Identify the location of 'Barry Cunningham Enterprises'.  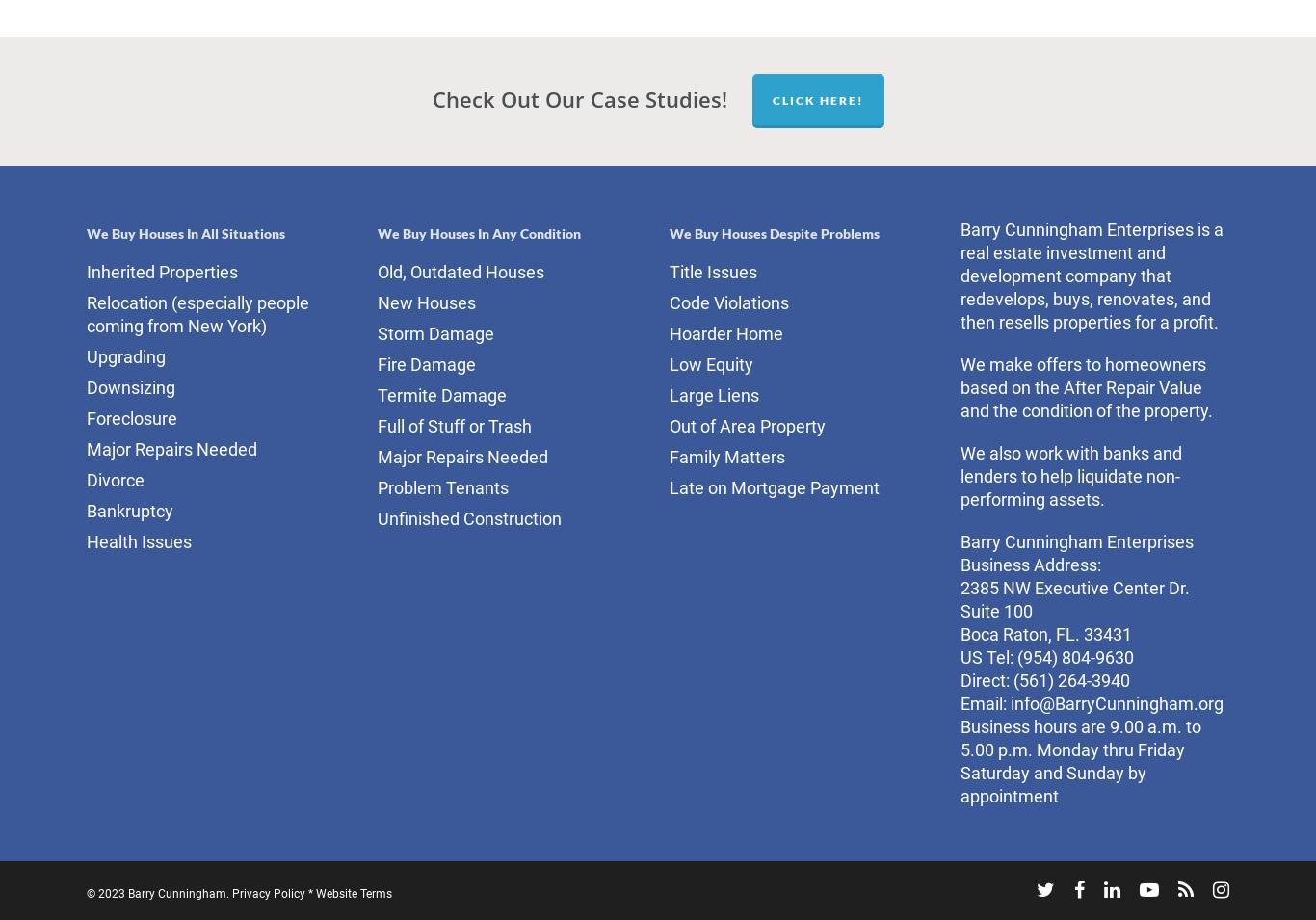
(1075, 540).